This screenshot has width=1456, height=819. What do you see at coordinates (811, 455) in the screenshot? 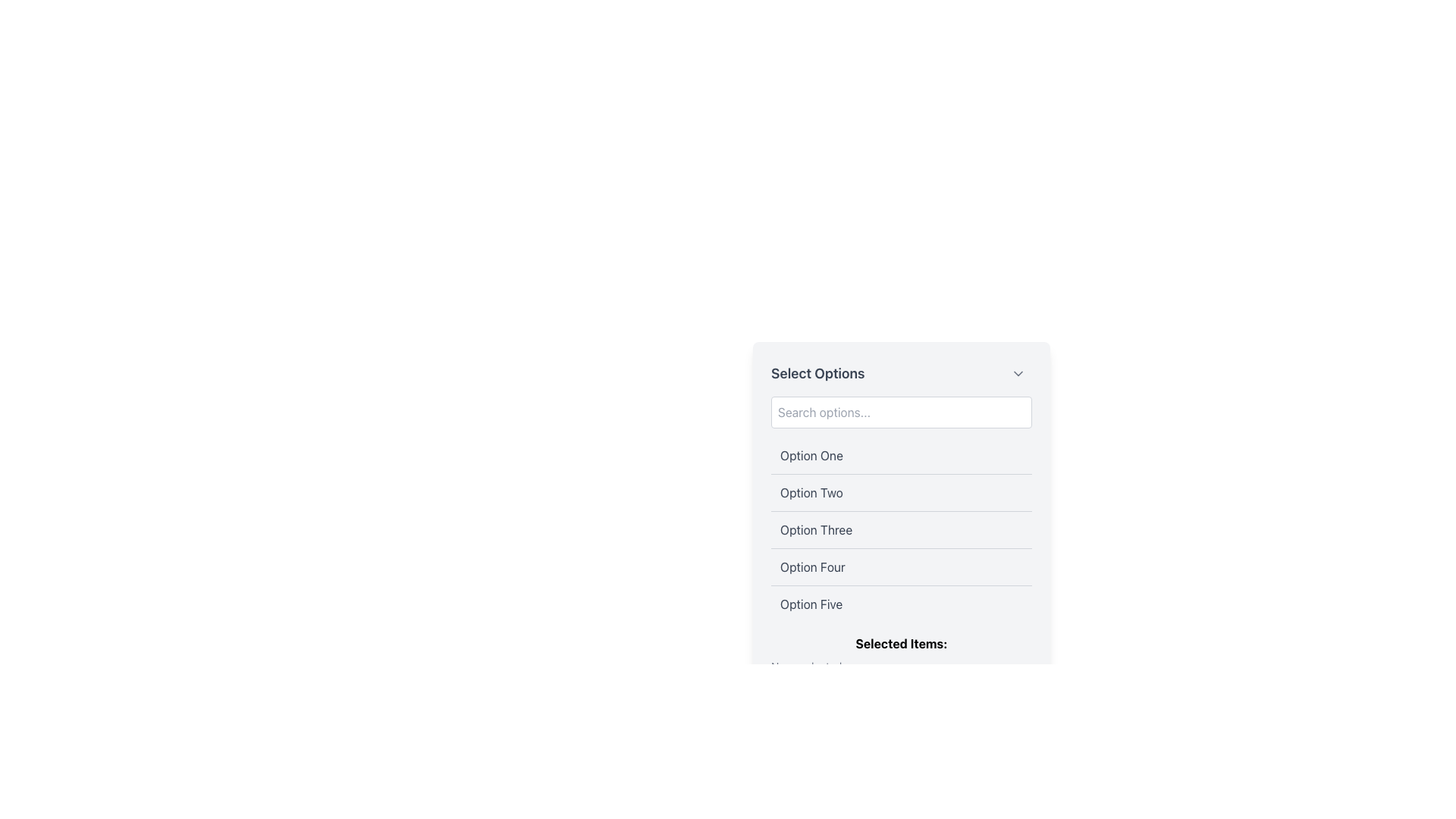
I see `the text label displaying 'Option One', which is the first option in the list under 'Select Options'` at bounding box center [811, 455].